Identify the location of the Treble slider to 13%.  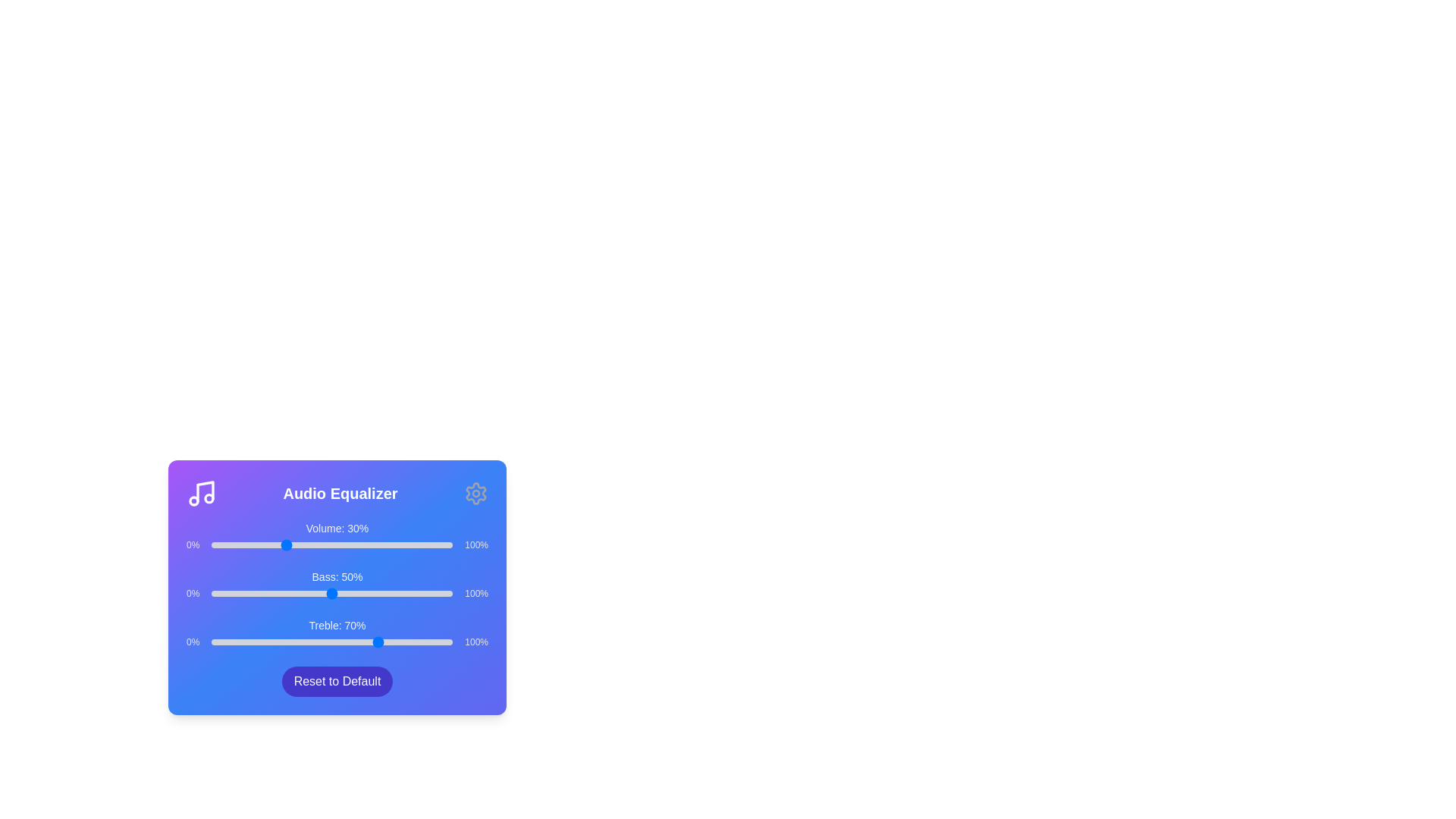
(243, 642).